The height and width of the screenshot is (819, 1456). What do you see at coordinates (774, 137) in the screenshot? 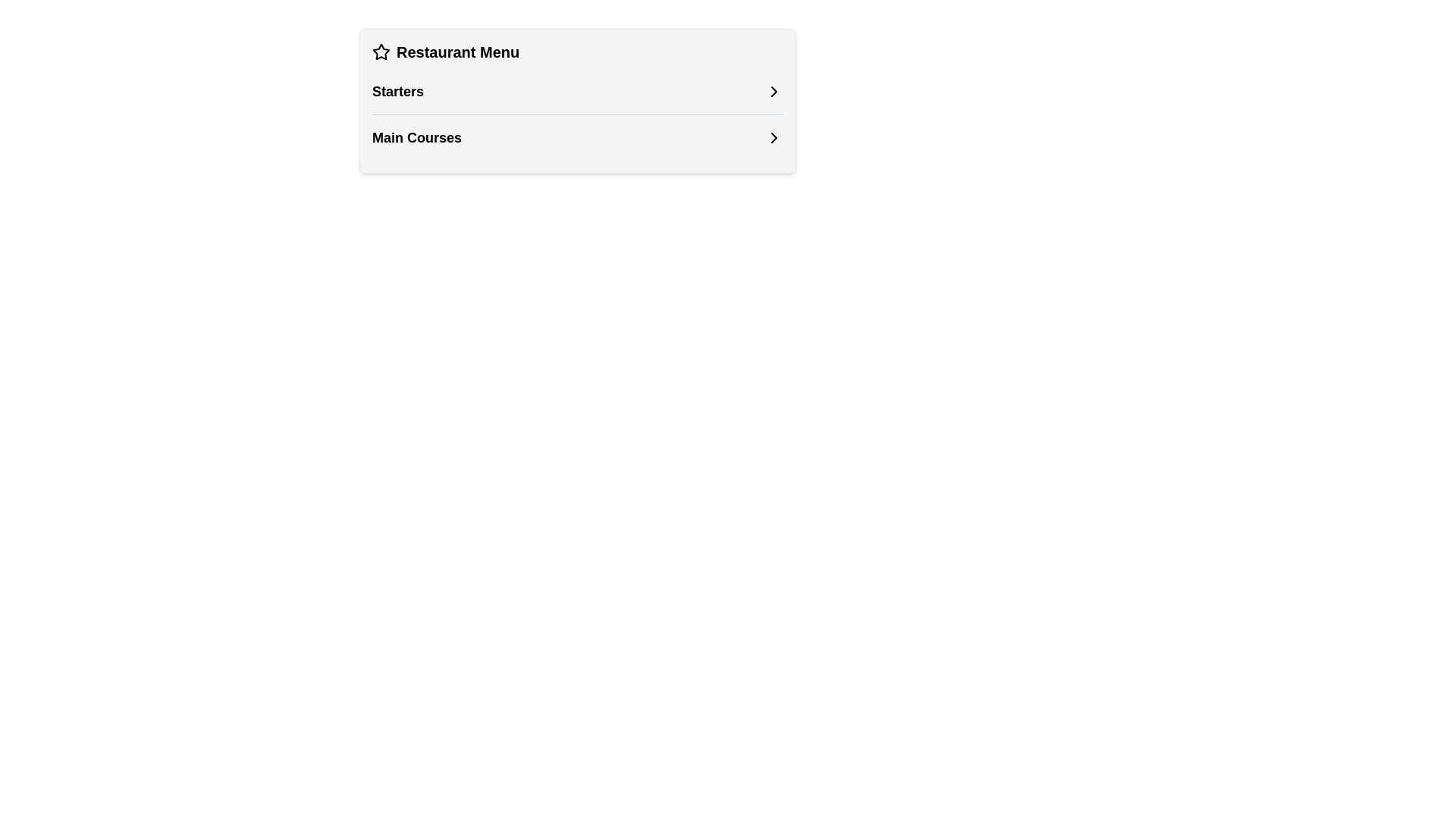
I see `the chevron-right icon located in the bottom entry of the vertical menu, aligned to the right of the 'Main Courses' text` at bounding box center [774, 137].